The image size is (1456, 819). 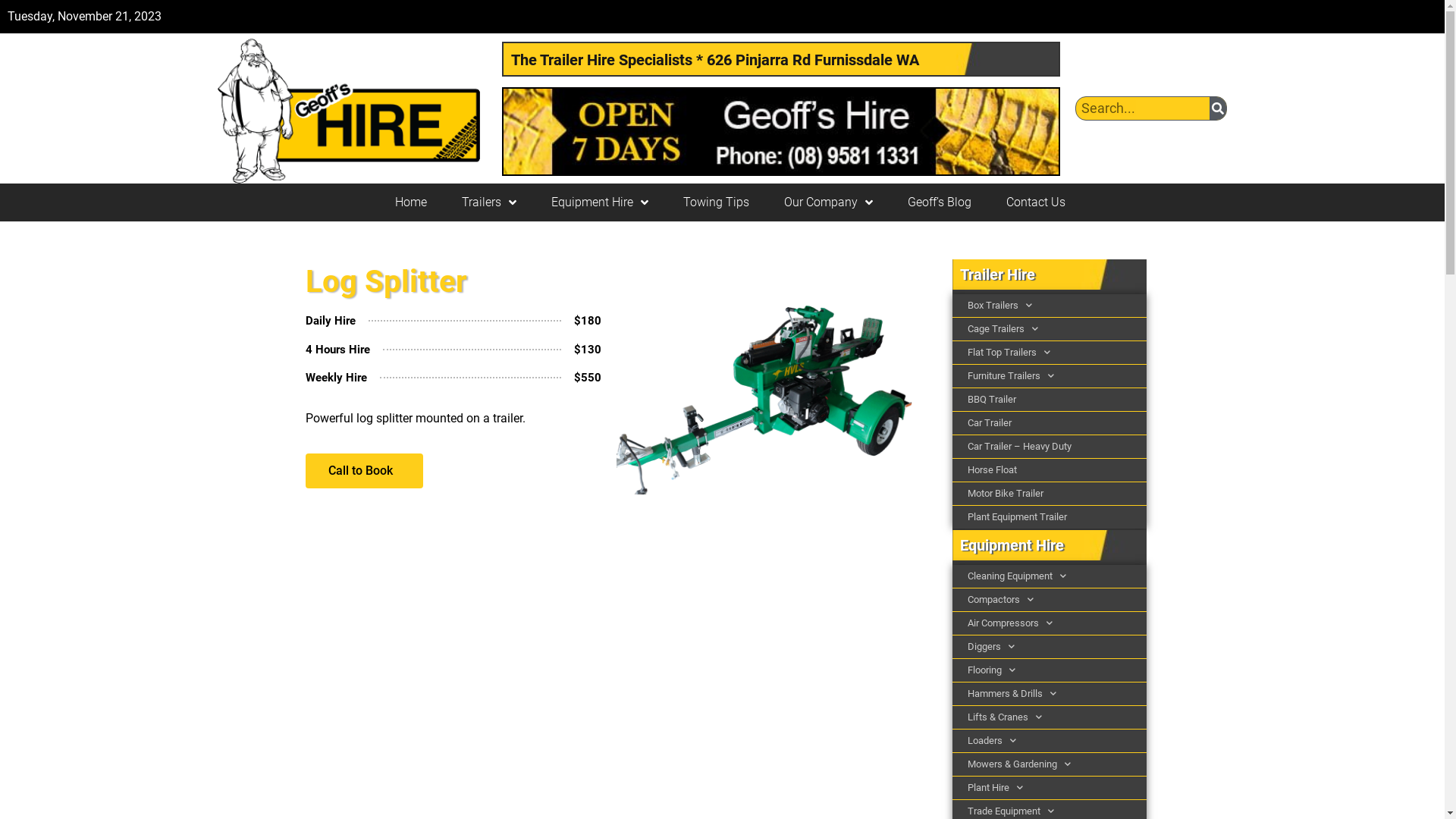 I want to click on 'Plant Equipment Trailer', so click(x=952, y=516).